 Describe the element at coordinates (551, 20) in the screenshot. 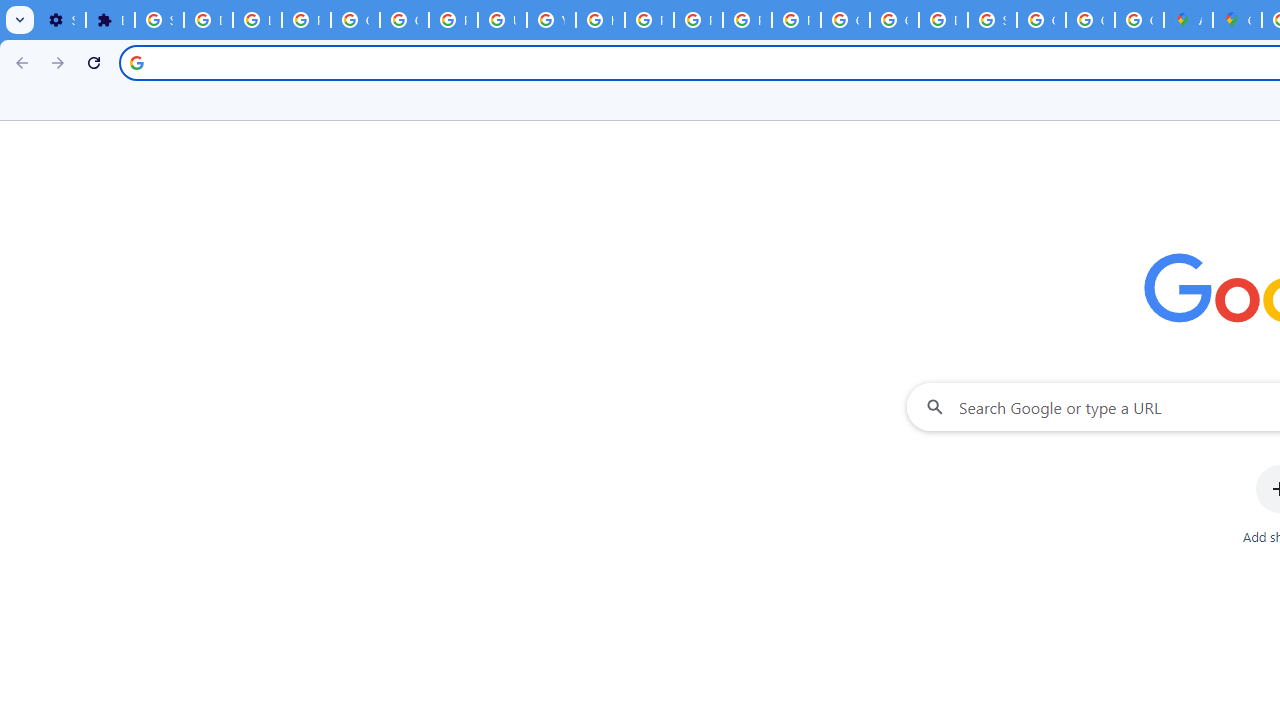

I see `'YouTube'` at that location.